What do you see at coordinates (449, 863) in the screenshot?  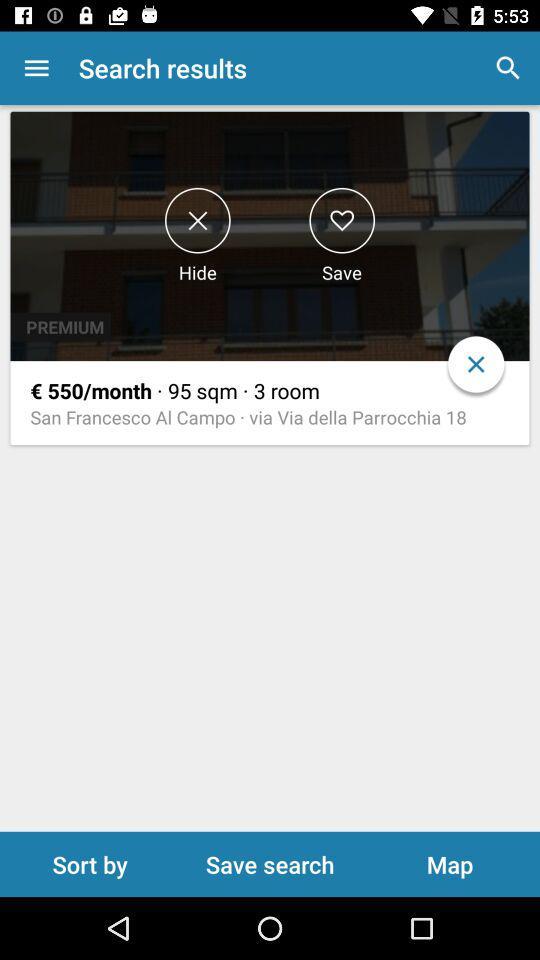 I see `the map icon` at bounding box center [449, 863].